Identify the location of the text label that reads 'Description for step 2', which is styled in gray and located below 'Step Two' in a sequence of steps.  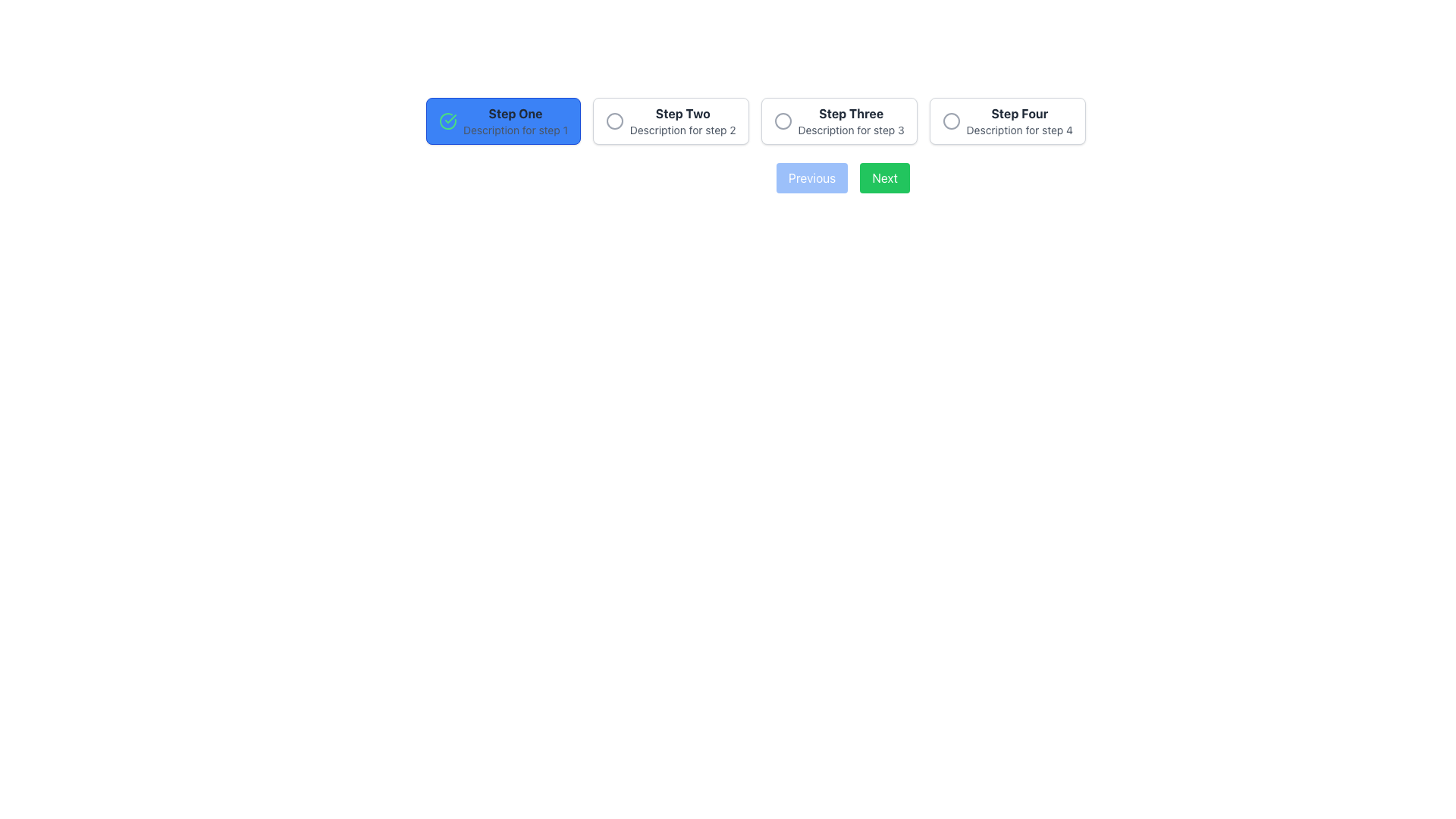
(682, 130).